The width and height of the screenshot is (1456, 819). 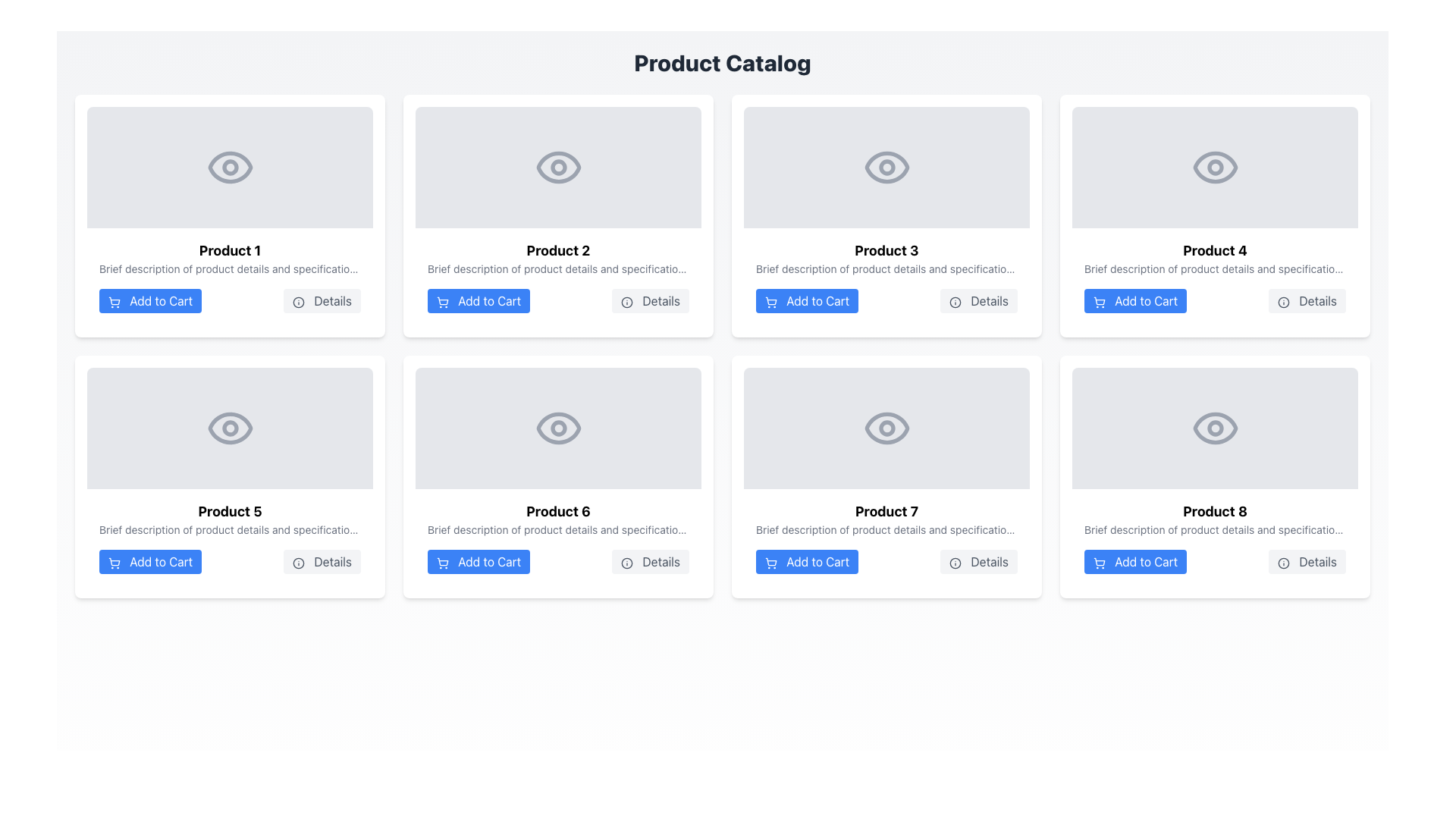 What do you see at coordinates (651, 561) in the screenshot?
I see `the 'Details' button with a light gray background and information icon` at bounding box center [651, 561].